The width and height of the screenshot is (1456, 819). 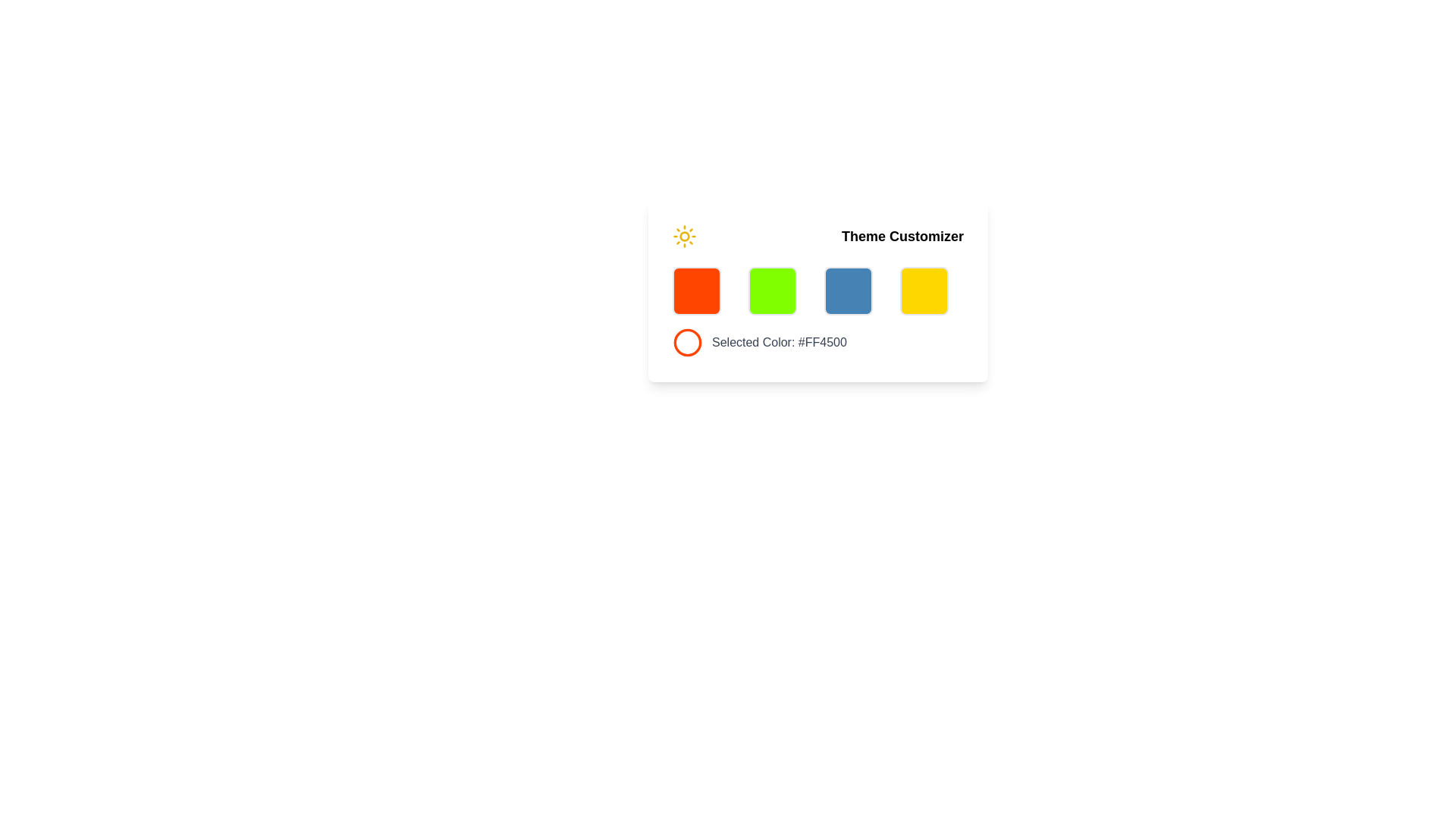 I want to click on the third square from the left in a row of four colored squares to trigger a visual response, so click(x=847, y=291).